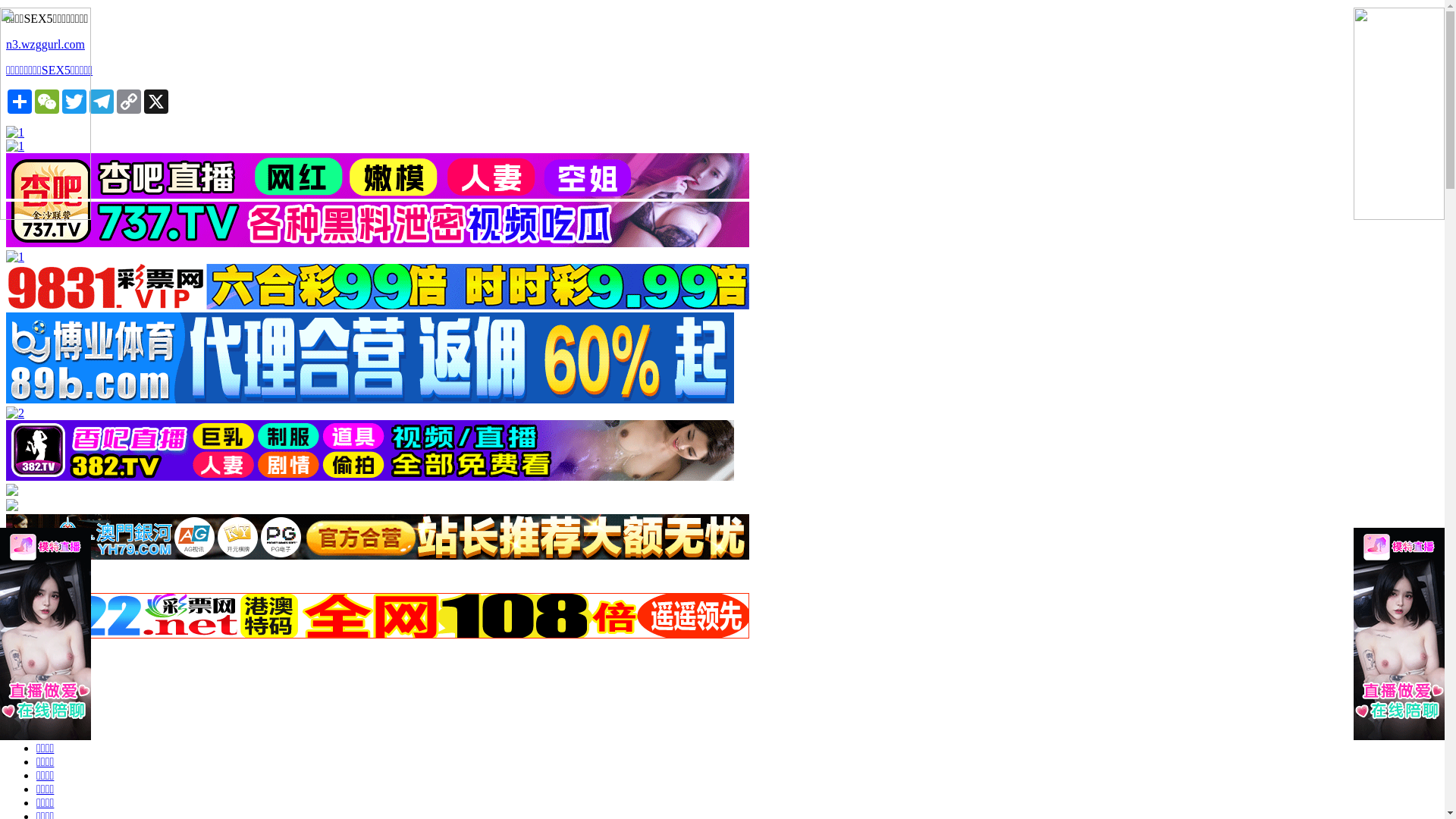 Image resolution: width=1456 pixels, height=819 pixels. What do you see at coordinates (6, 43) in the screenshot?
I see `'n3.wzggurl.com'` at bounding box center [6, 43].